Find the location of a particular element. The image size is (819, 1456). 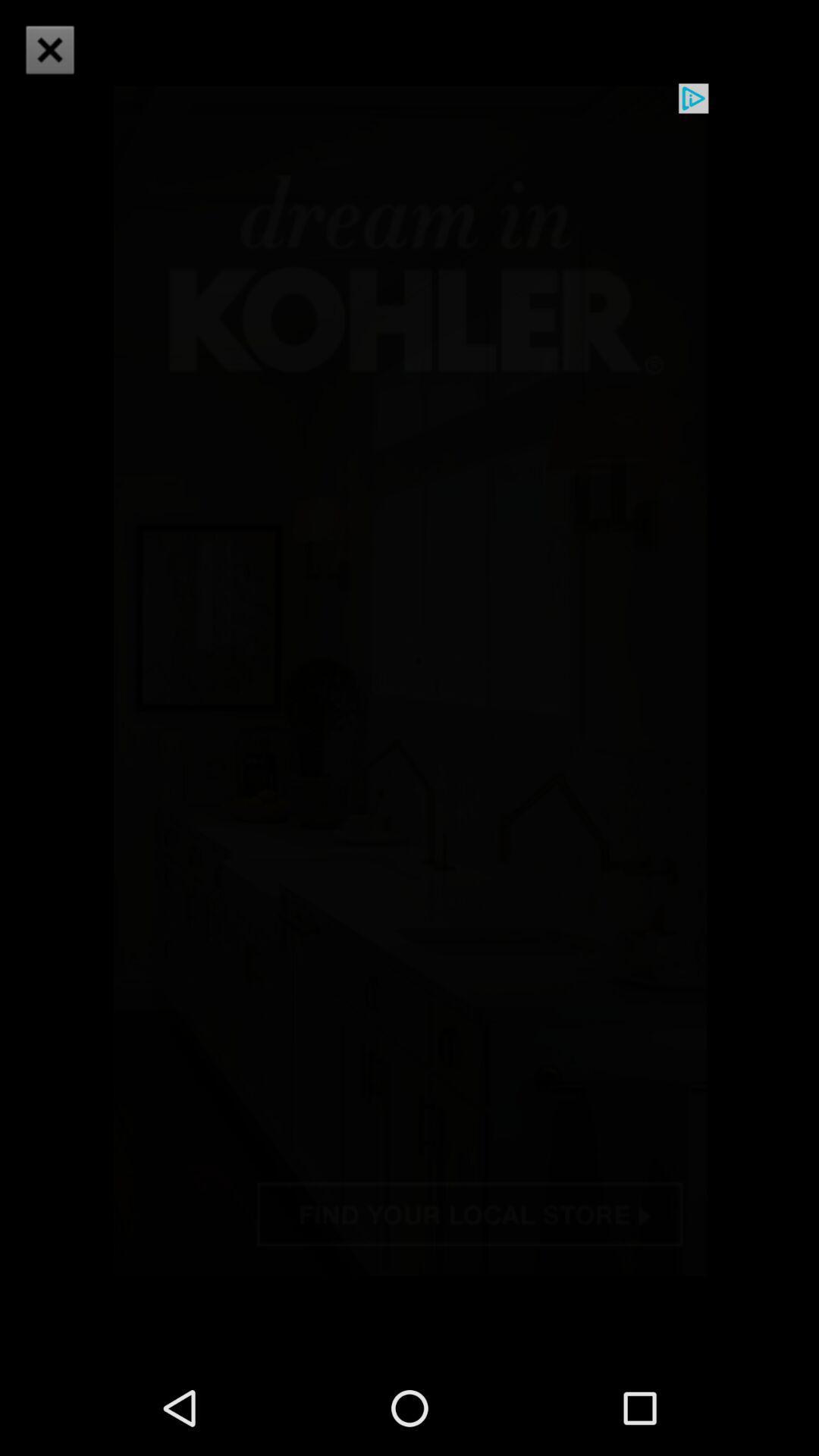

the close icon is located at coordinates (49, 53).